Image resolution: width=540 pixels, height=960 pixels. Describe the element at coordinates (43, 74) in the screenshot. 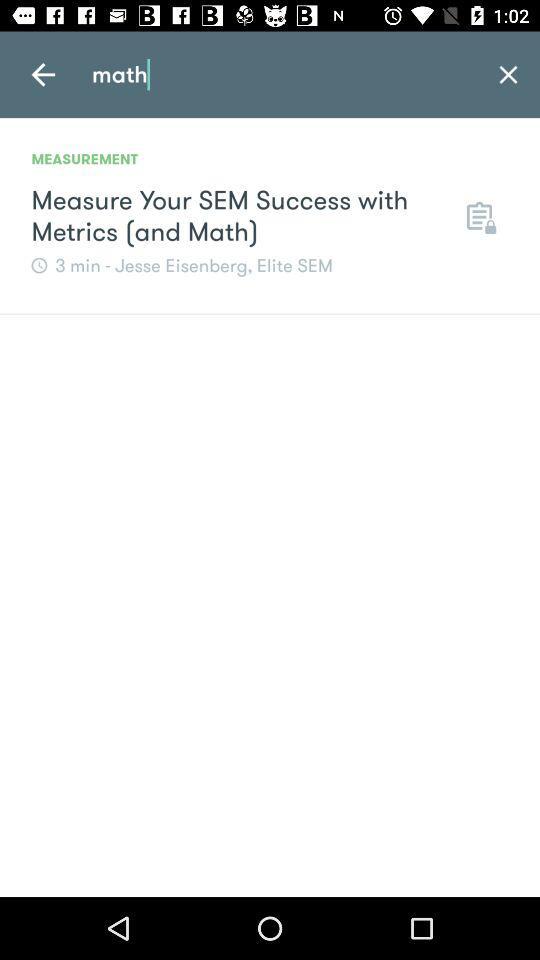

I see `the arrow_backward icon` at that location.